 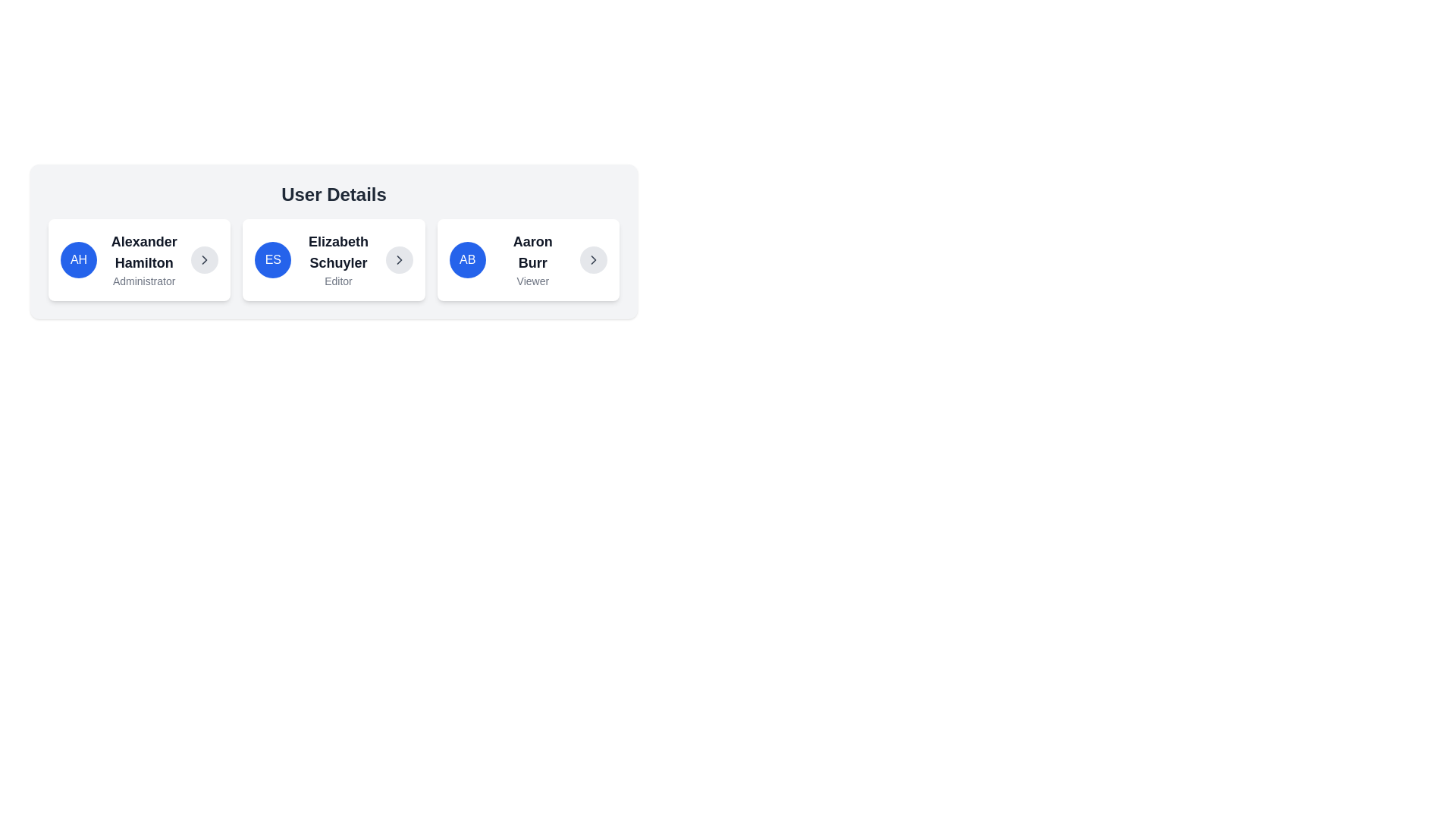 What do you see at coordinates (466, 259) in the screenshot?
I see `the circular avatar with a blue background containing the initials 'AB' for the user 'Aaron Burr', positioned in the leftmost part of the user card` at bounding box center [466, 259].